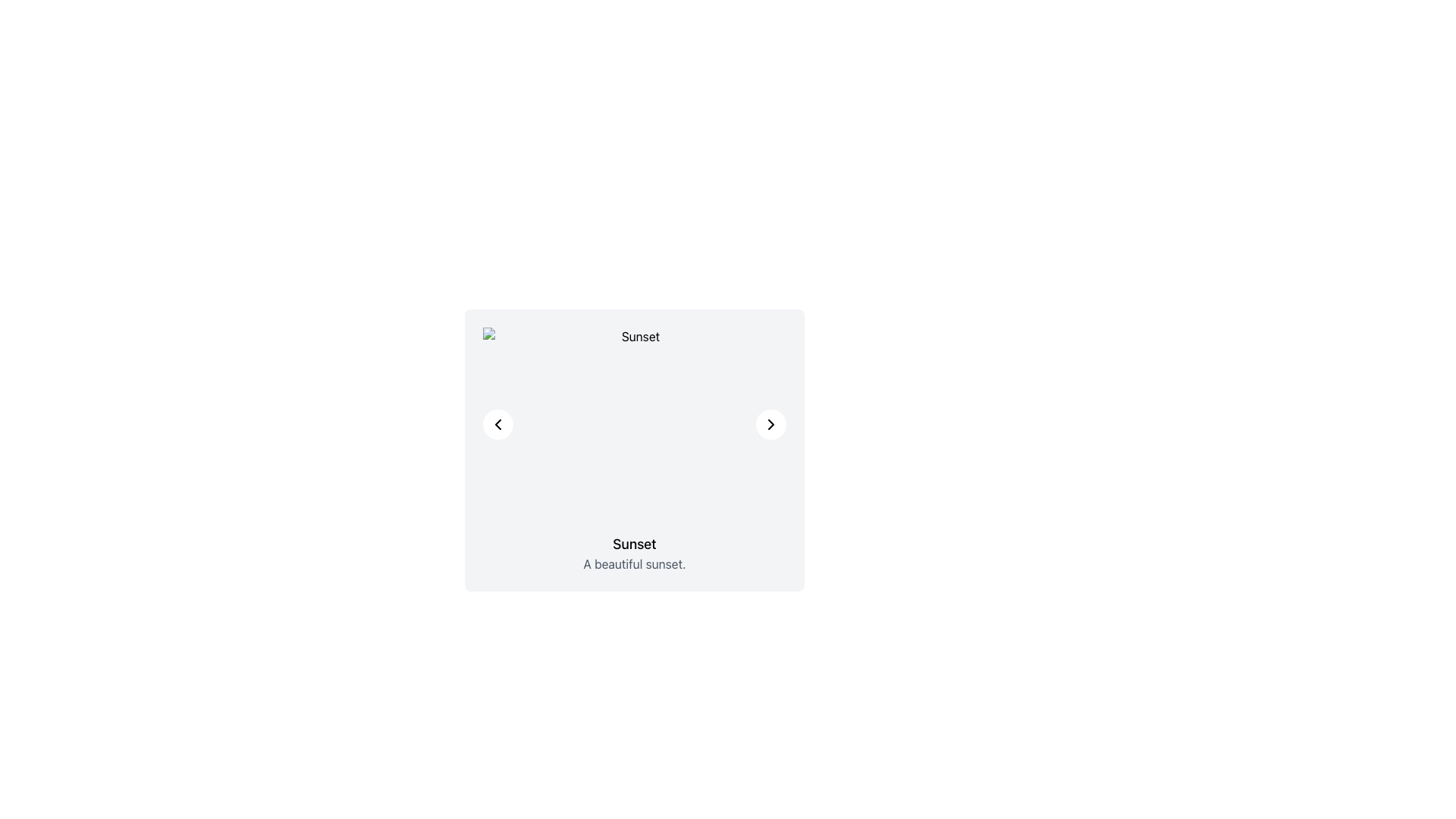 The height and width of the screenshot is (819, 1456). I want to click on the 'previous' button located on the left side of the content area, so click(498, 424).